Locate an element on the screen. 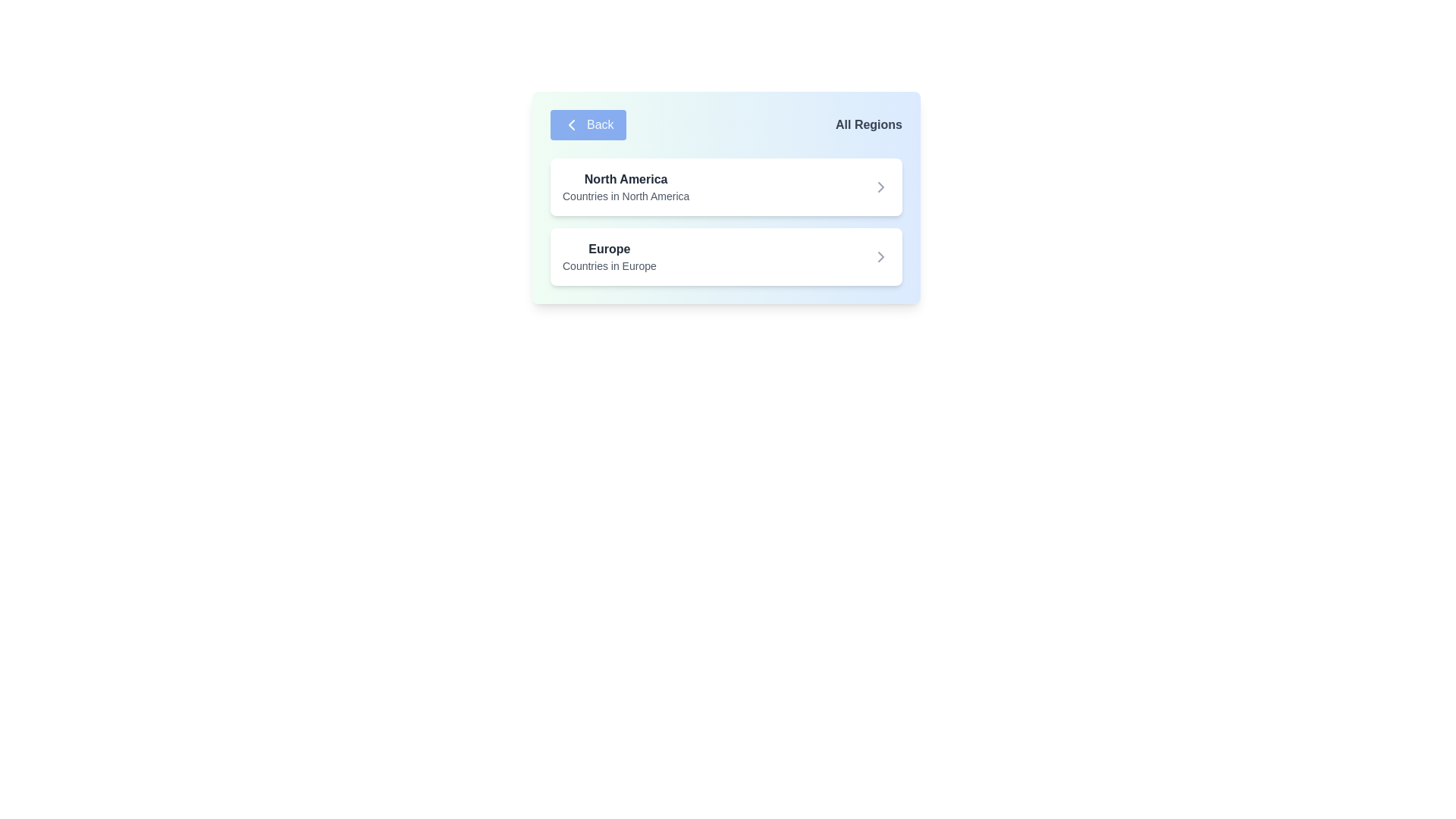 This screenshot has height=819, width=1456. the 'Back' button with a blue background and white text, located at the top-left of the interface is located at coordinates (587, 124).